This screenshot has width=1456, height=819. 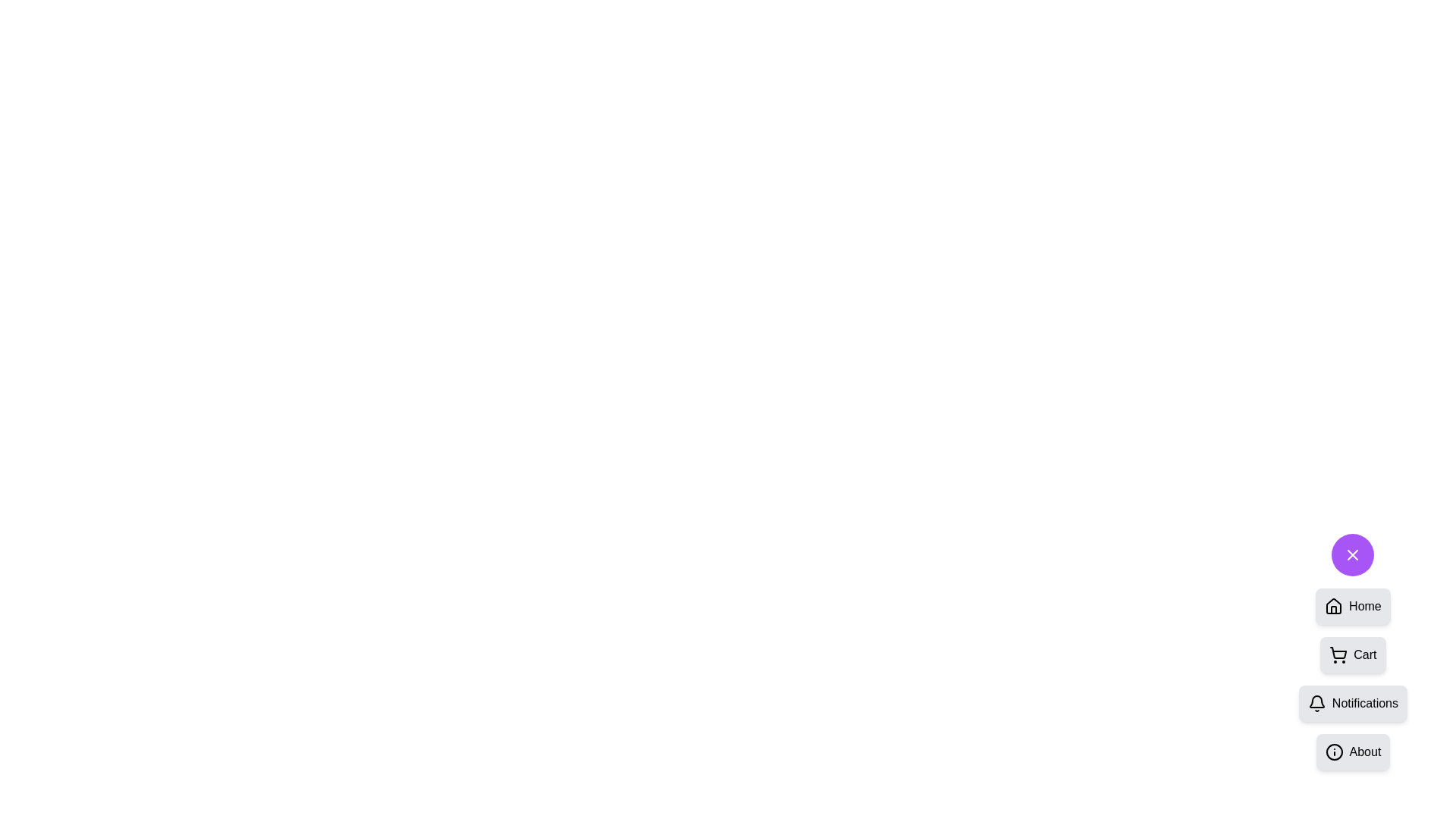 What do you see at coordinates (1353, 654) in the screenshot?
I see `the SpeedDial item labeled 'Cart' to observe its hover effect` at bounding box center [1353, 654].